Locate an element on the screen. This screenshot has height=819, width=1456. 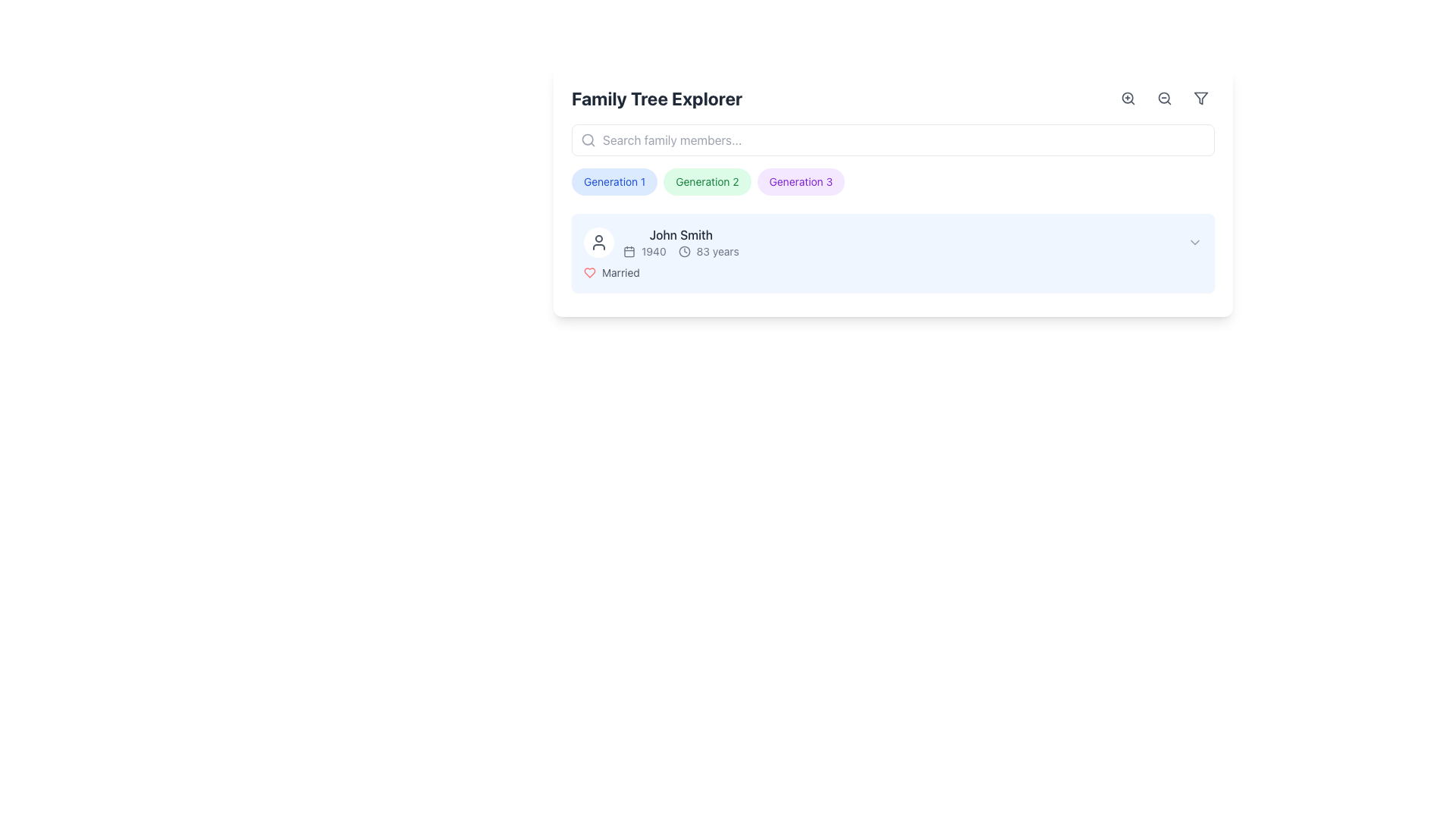
the middle circular Icon Button used for zooming out, located in the top-right corner of the interface, which is positioned between a magnifying glass button and a filter icon button is located at coordinates (1164, 99).